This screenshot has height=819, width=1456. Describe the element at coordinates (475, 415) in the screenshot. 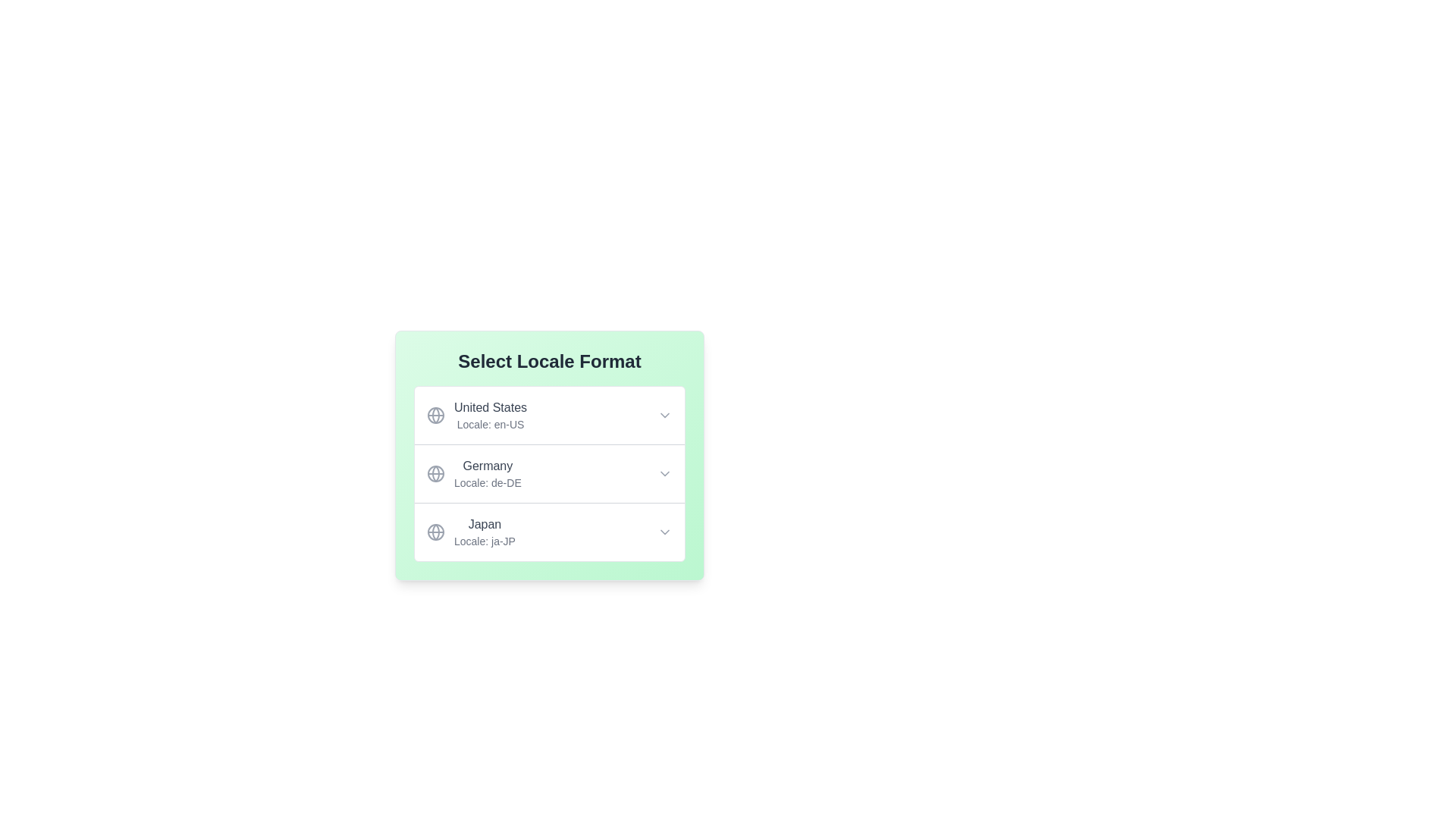

I see `the interactive list item displaying 'United States' and 'Locale: en-US'` at that location.